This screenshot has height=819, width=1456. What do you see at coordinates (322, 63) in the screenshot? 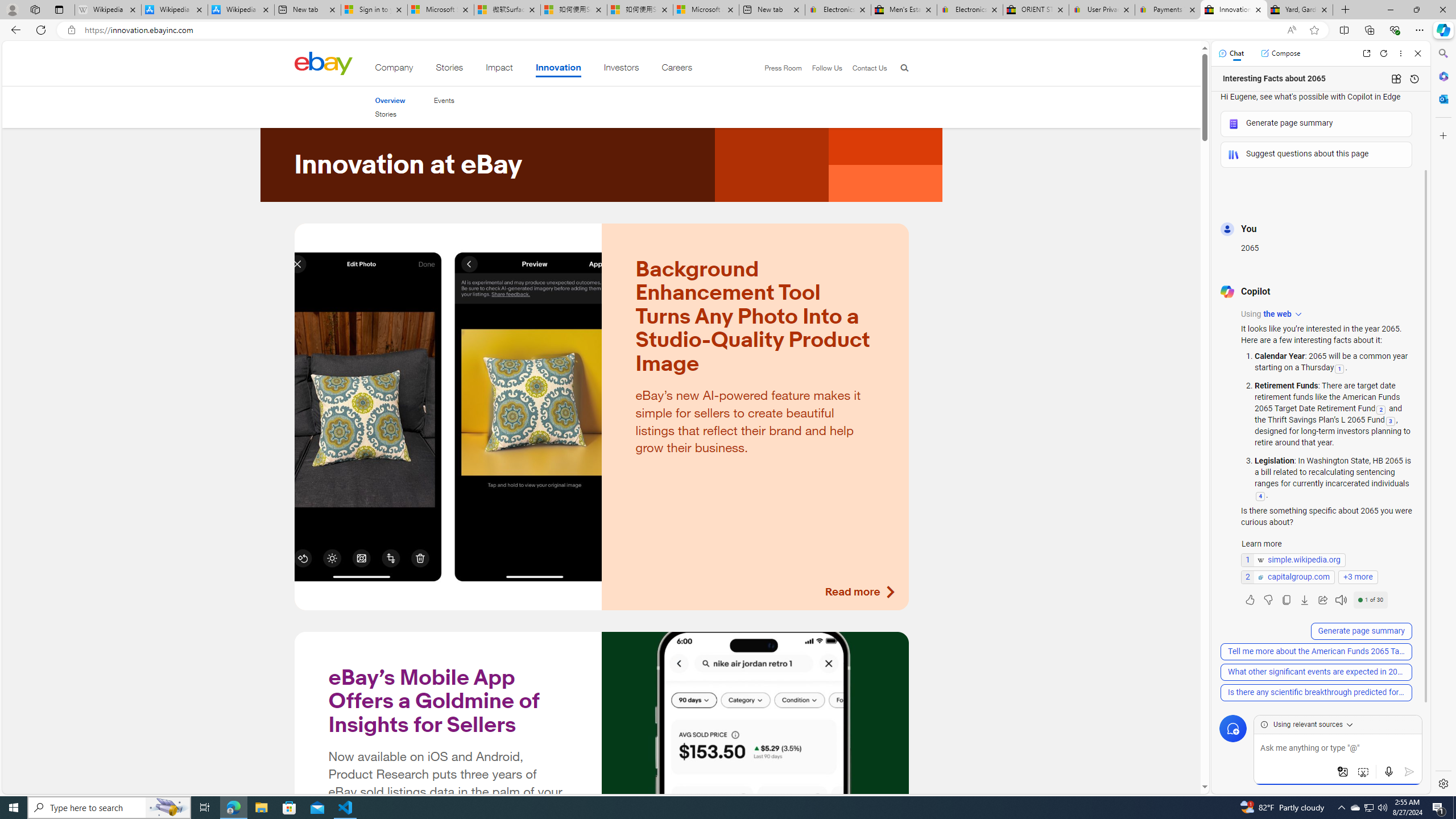
I see `'Class: desktop'` at bounding box center [322, 63].